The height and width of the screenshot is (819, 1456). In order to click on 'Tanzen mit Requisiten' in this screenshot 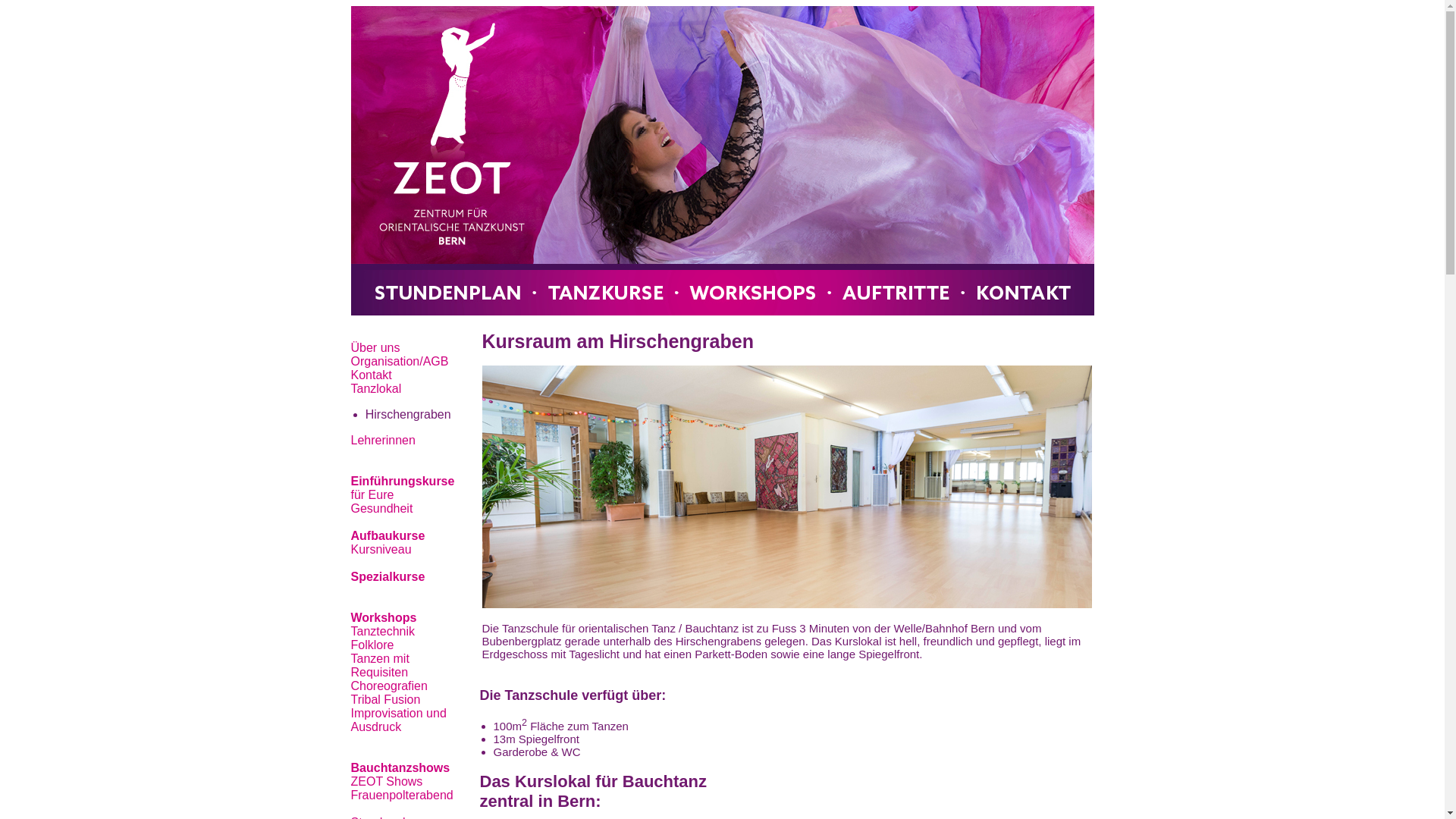, I will do `click(379, 664)`.